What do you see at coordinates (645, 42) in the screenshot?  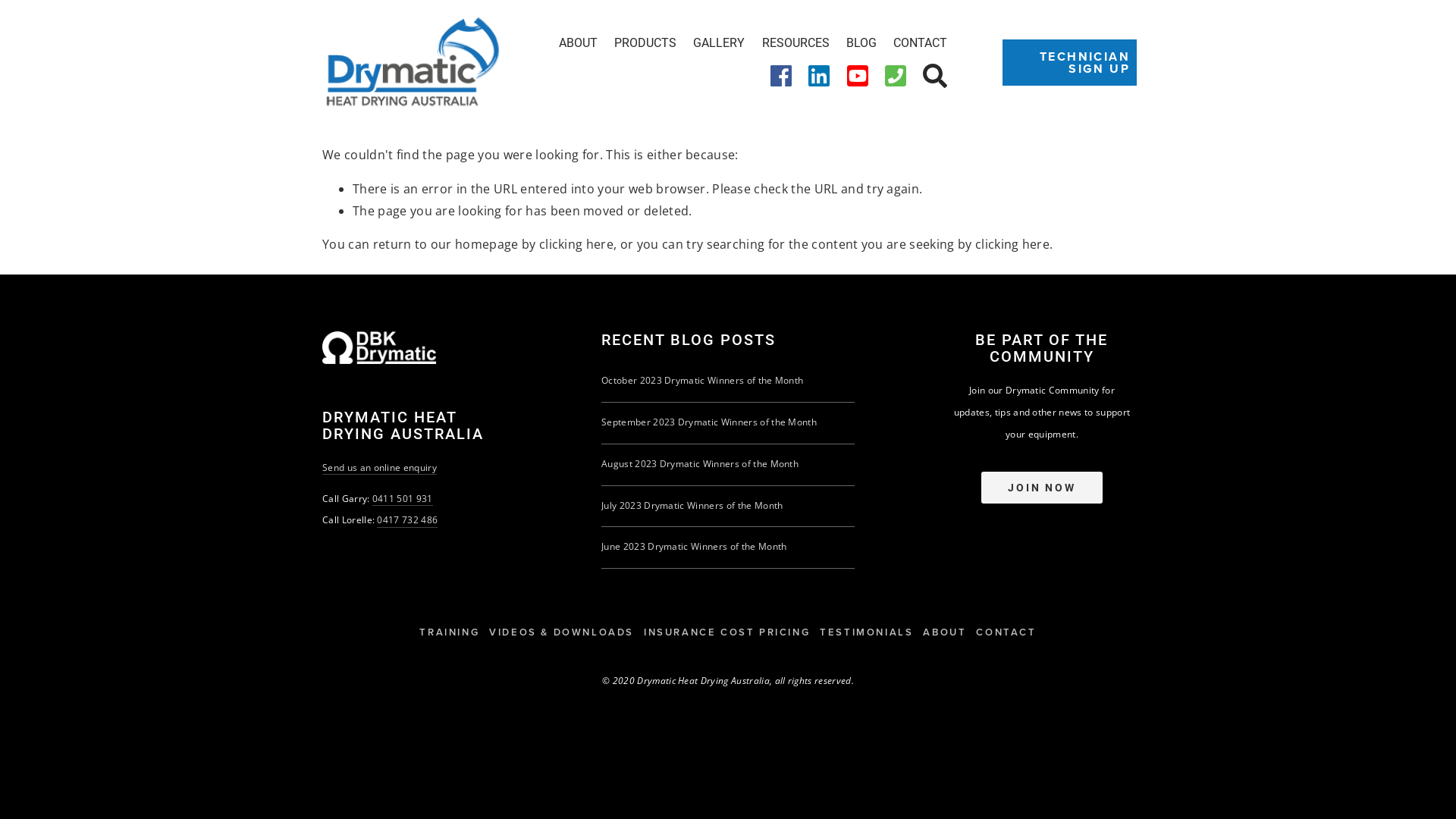 I see `'PRODUCTS'` at bounding box center [645, 42].